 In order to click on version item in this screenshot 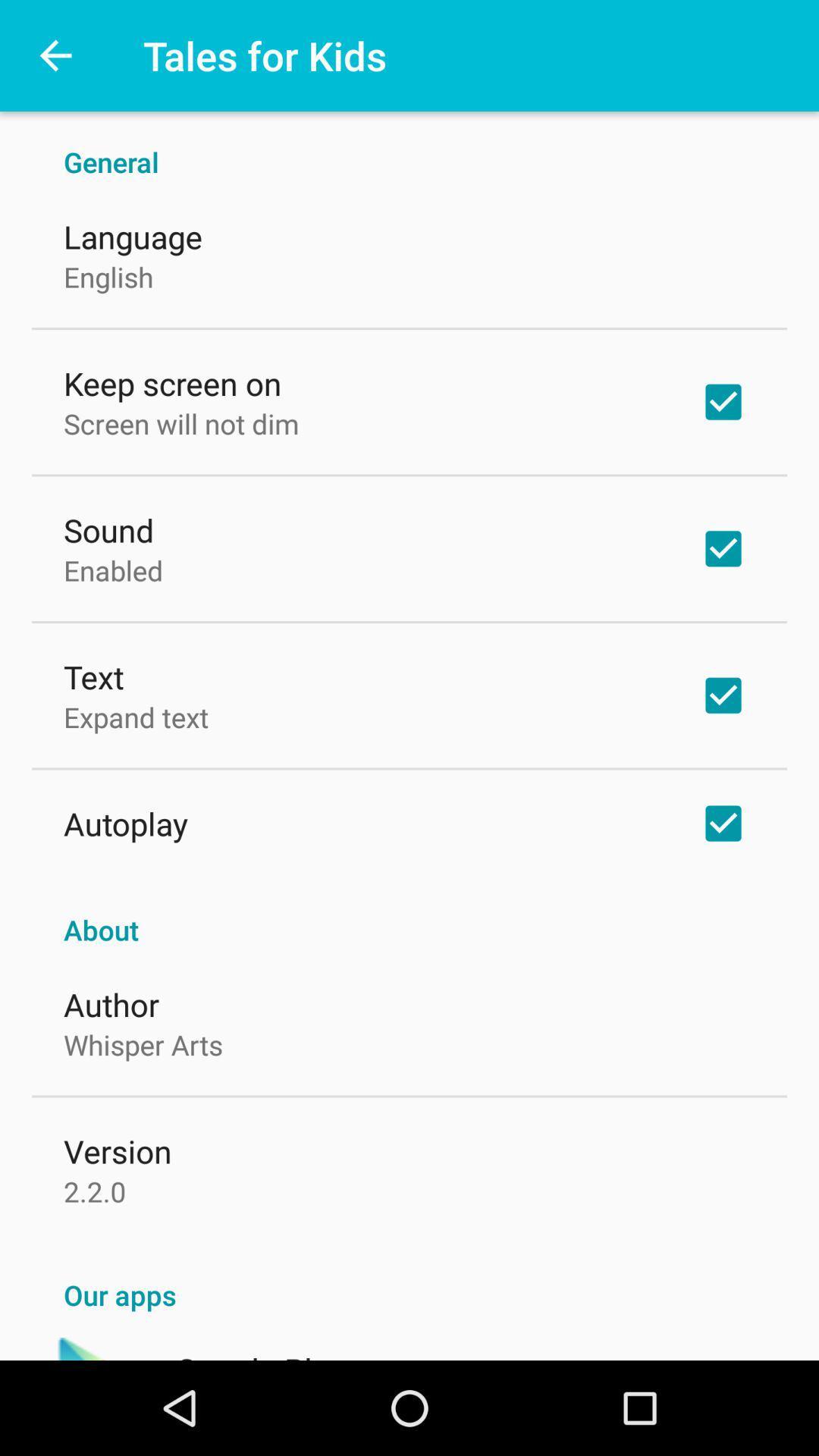, I will do `click(117, 1150)`.